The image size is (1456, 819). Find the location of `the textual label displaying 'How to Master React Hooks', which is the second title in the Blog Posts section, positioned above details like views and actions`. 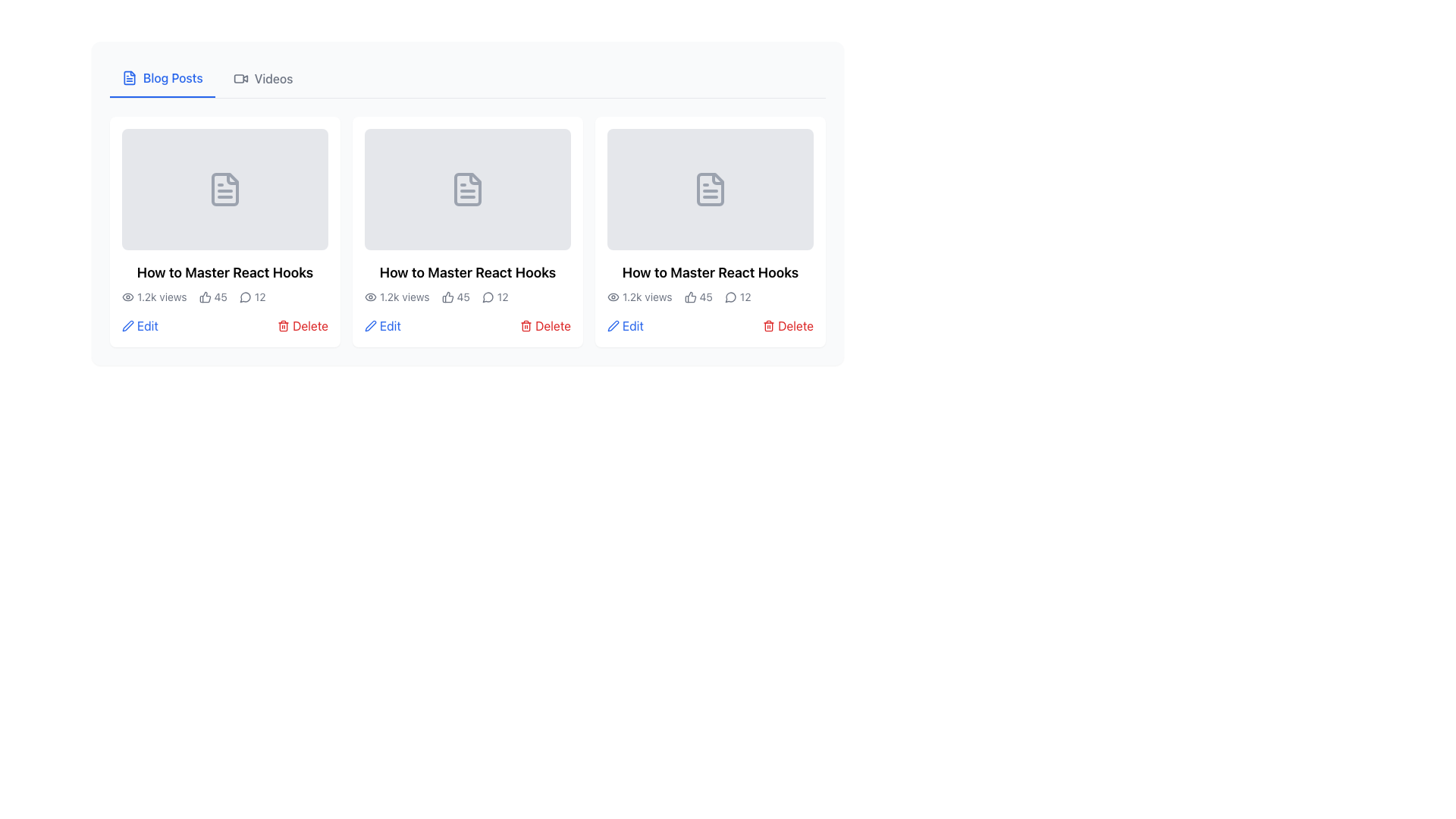

the textual label displaying 'How to Master React Hooks', which is the second title in the Blog Posts section, positioned above details like views and actions is located at coordinates (709, 271).